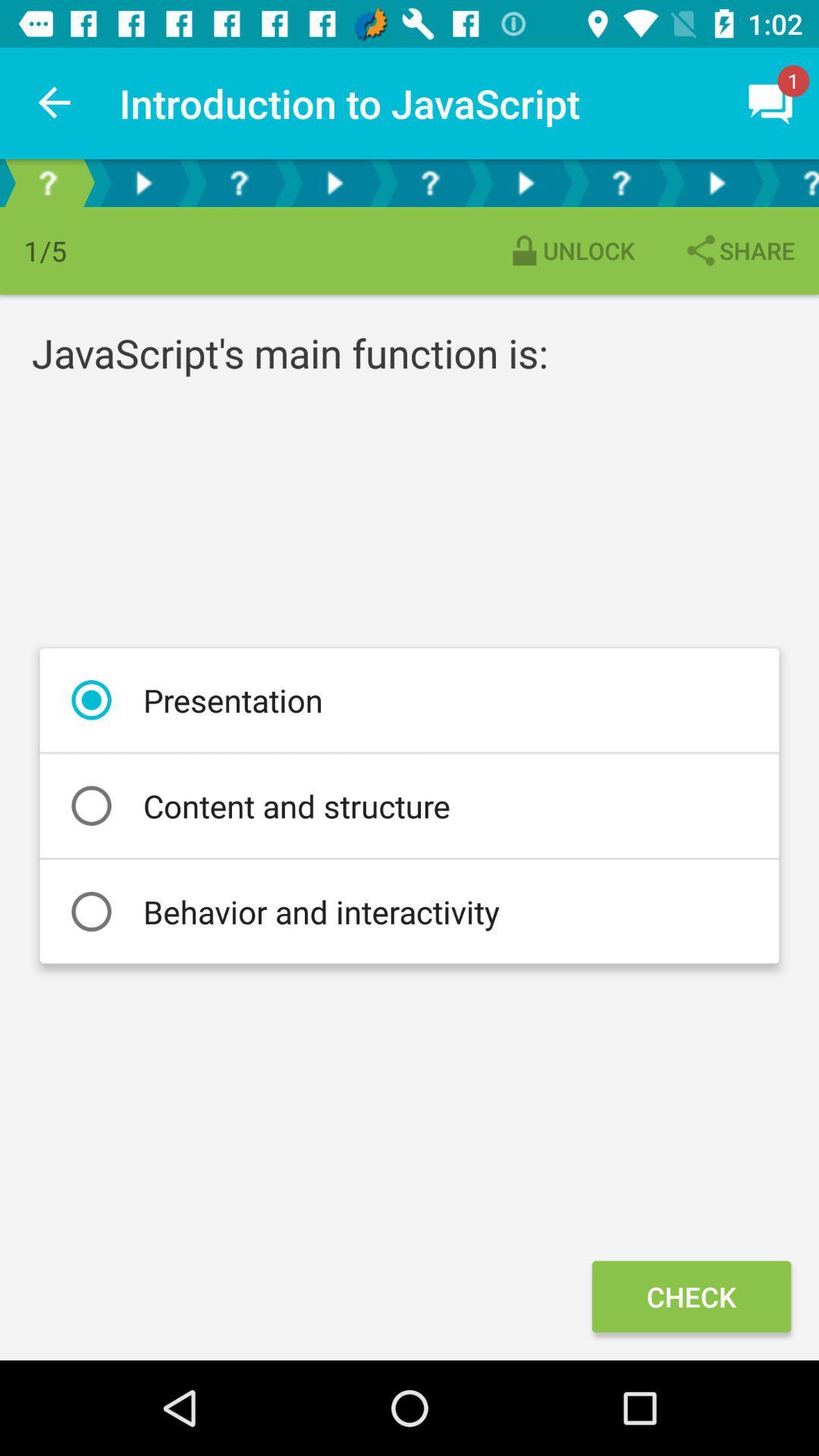 The width and height of the screenshot is (819, 1456). Describe the element at coordinates (333, 182) in the screenshot. I see `the play icon` at that location.